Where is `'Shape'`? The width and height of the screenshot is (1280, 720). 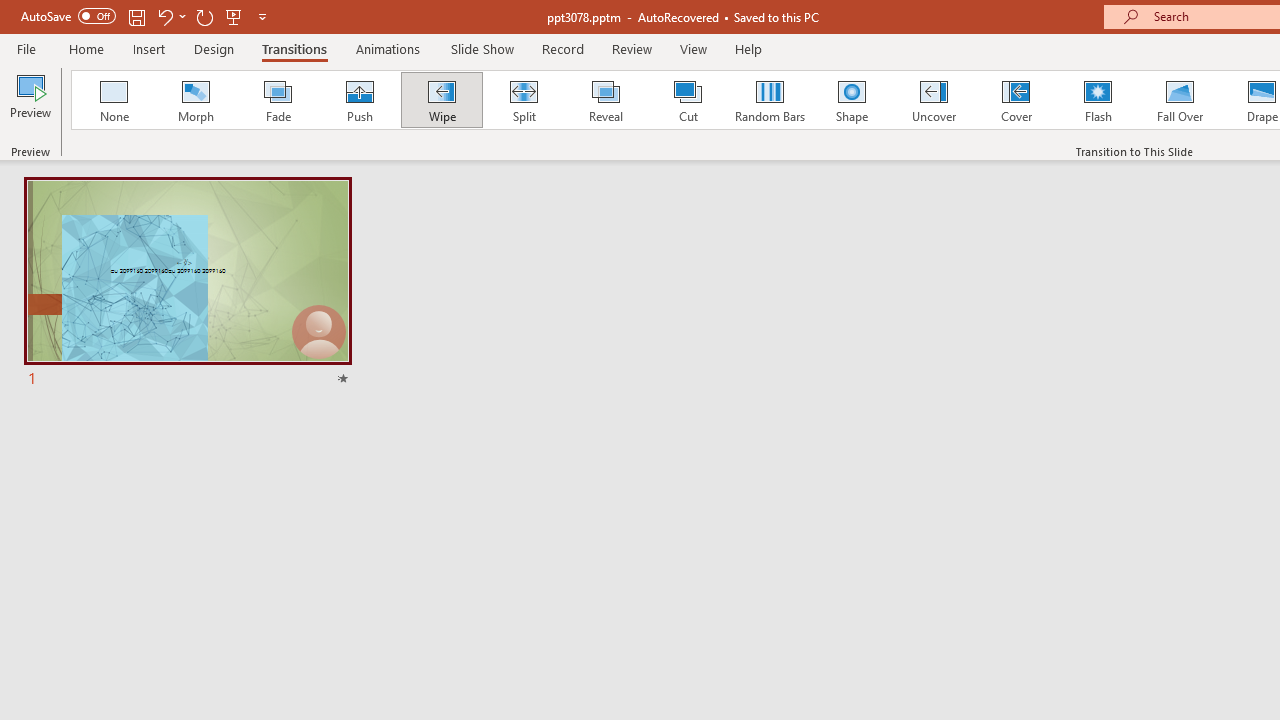
'Shape' is located at coordinates (852, 100).